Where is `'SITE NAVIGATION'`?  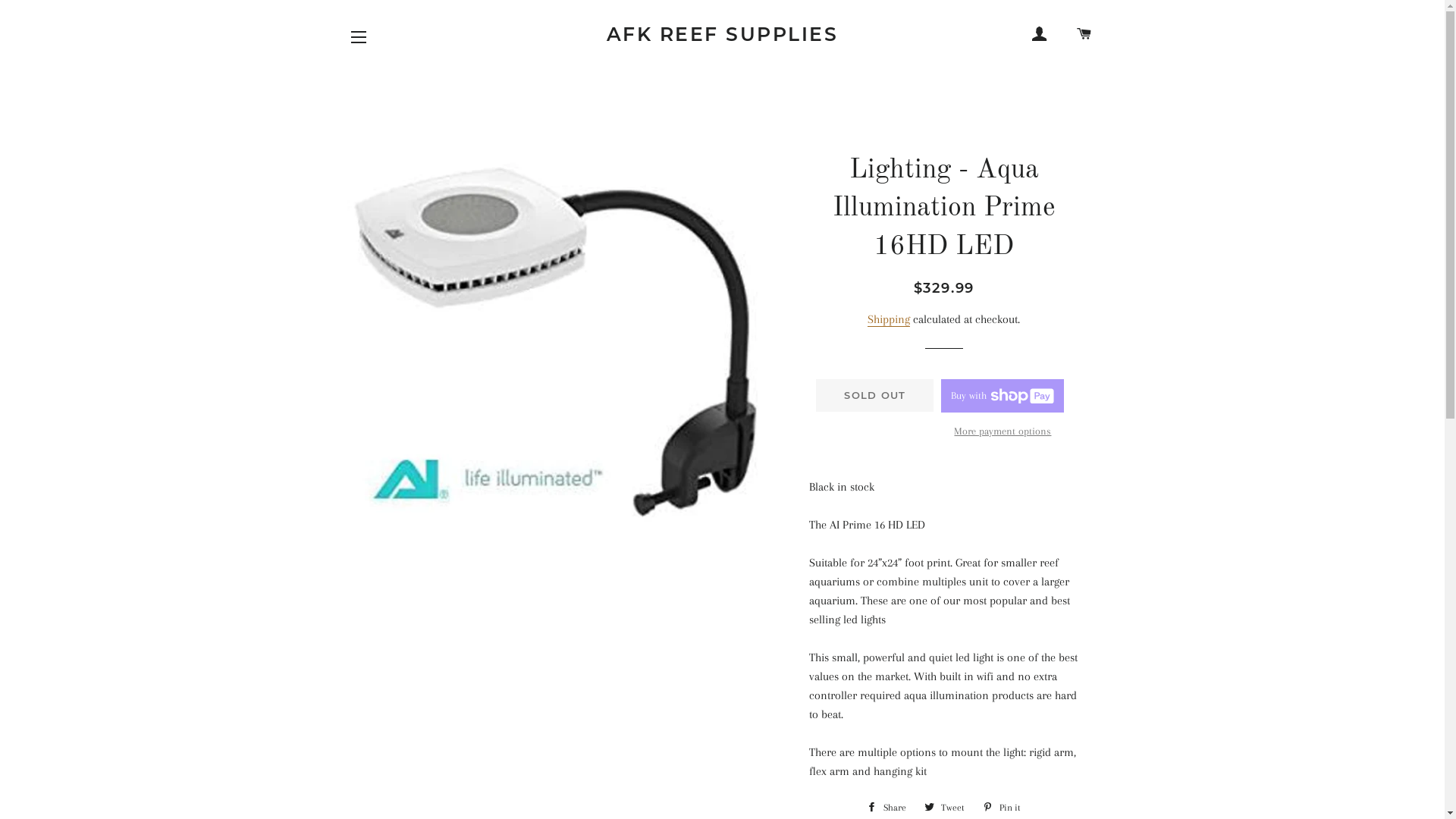
'SITE NAVIGATION' is located at coordinates (358, 36).